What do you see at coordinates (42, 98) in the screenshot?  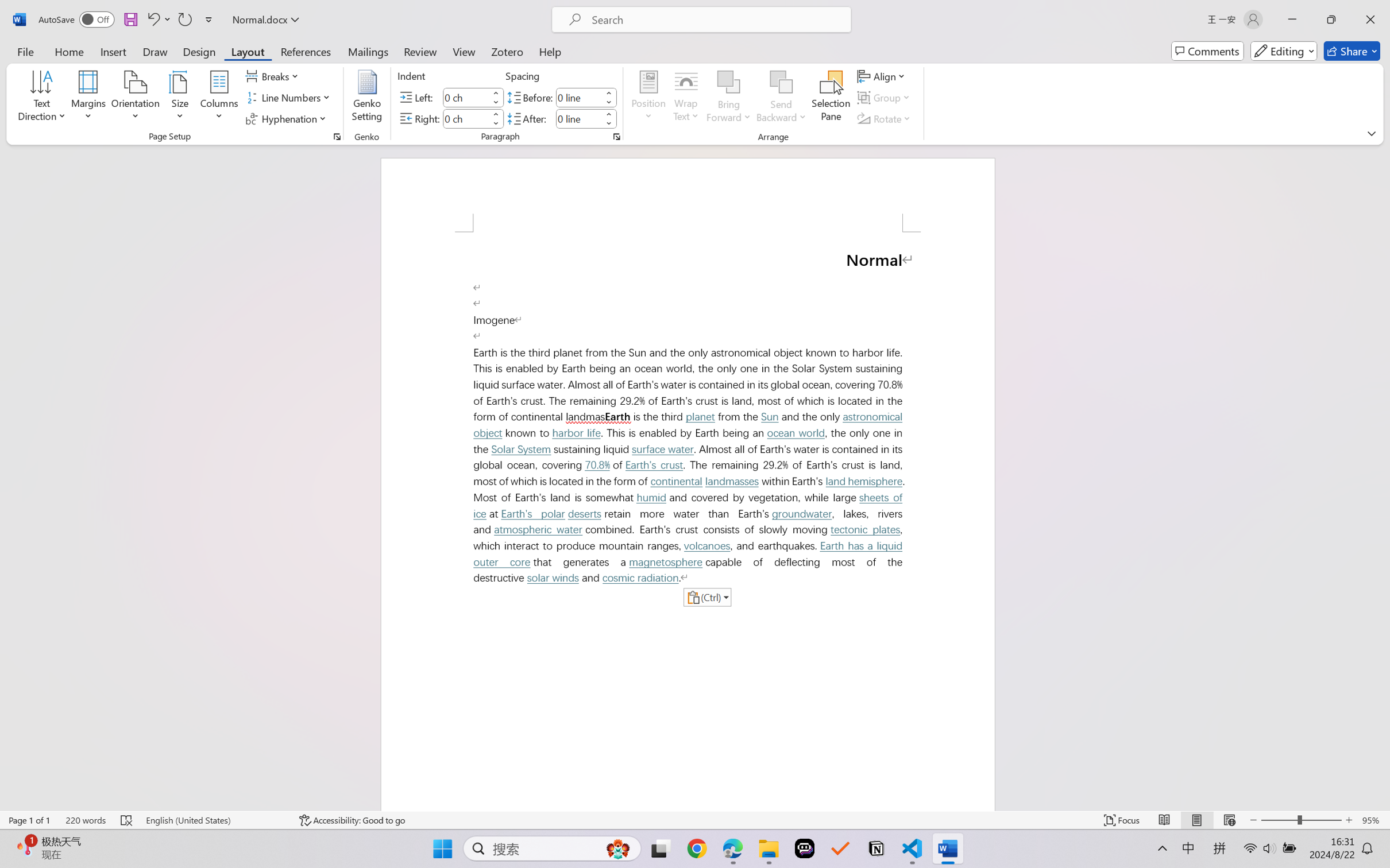 I see `'Text Direction'` at bounding box center [42, 98].